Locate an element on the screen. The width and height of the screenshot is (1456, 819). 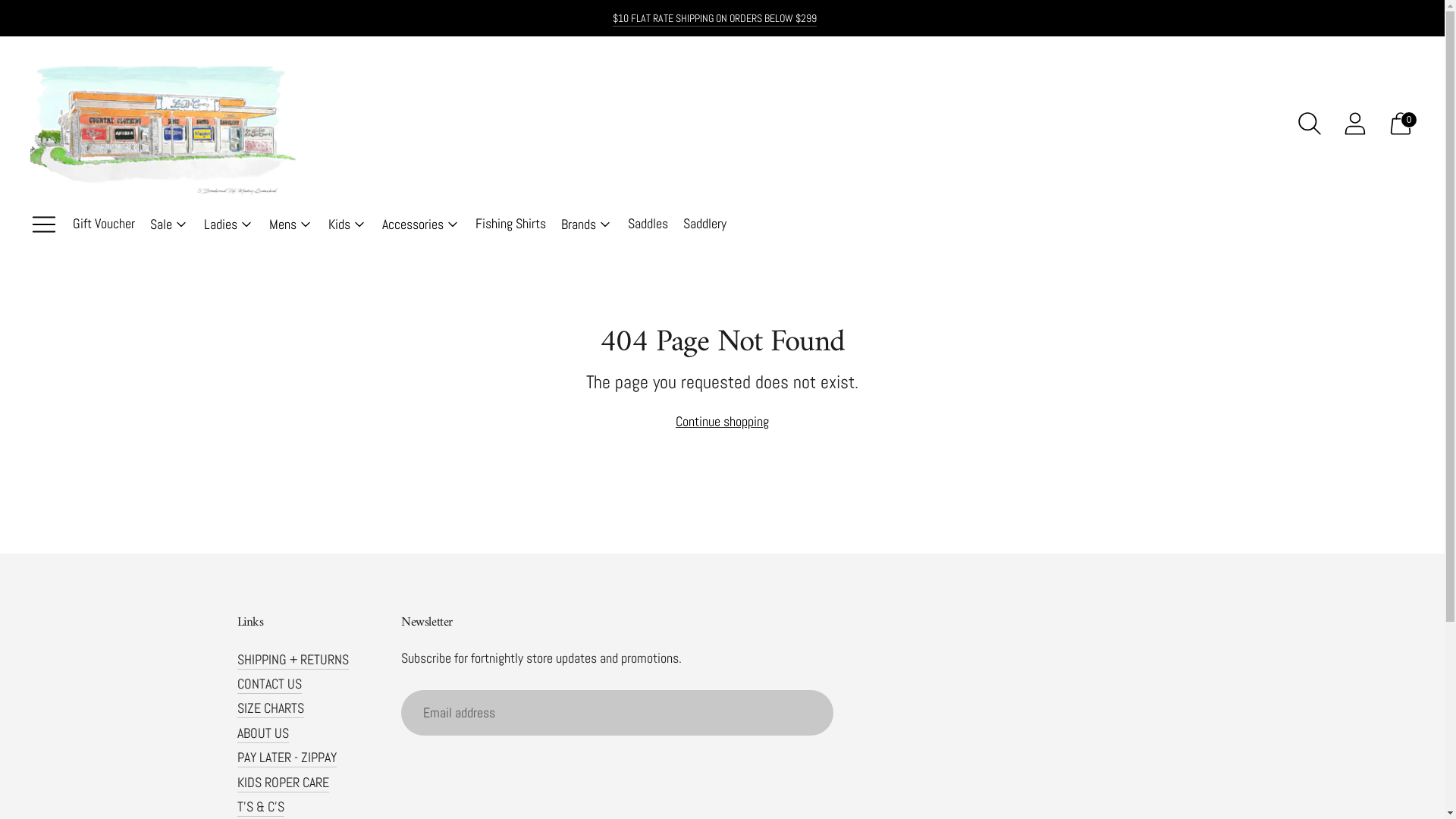
'Kids' is located at coordinates (347, 224).